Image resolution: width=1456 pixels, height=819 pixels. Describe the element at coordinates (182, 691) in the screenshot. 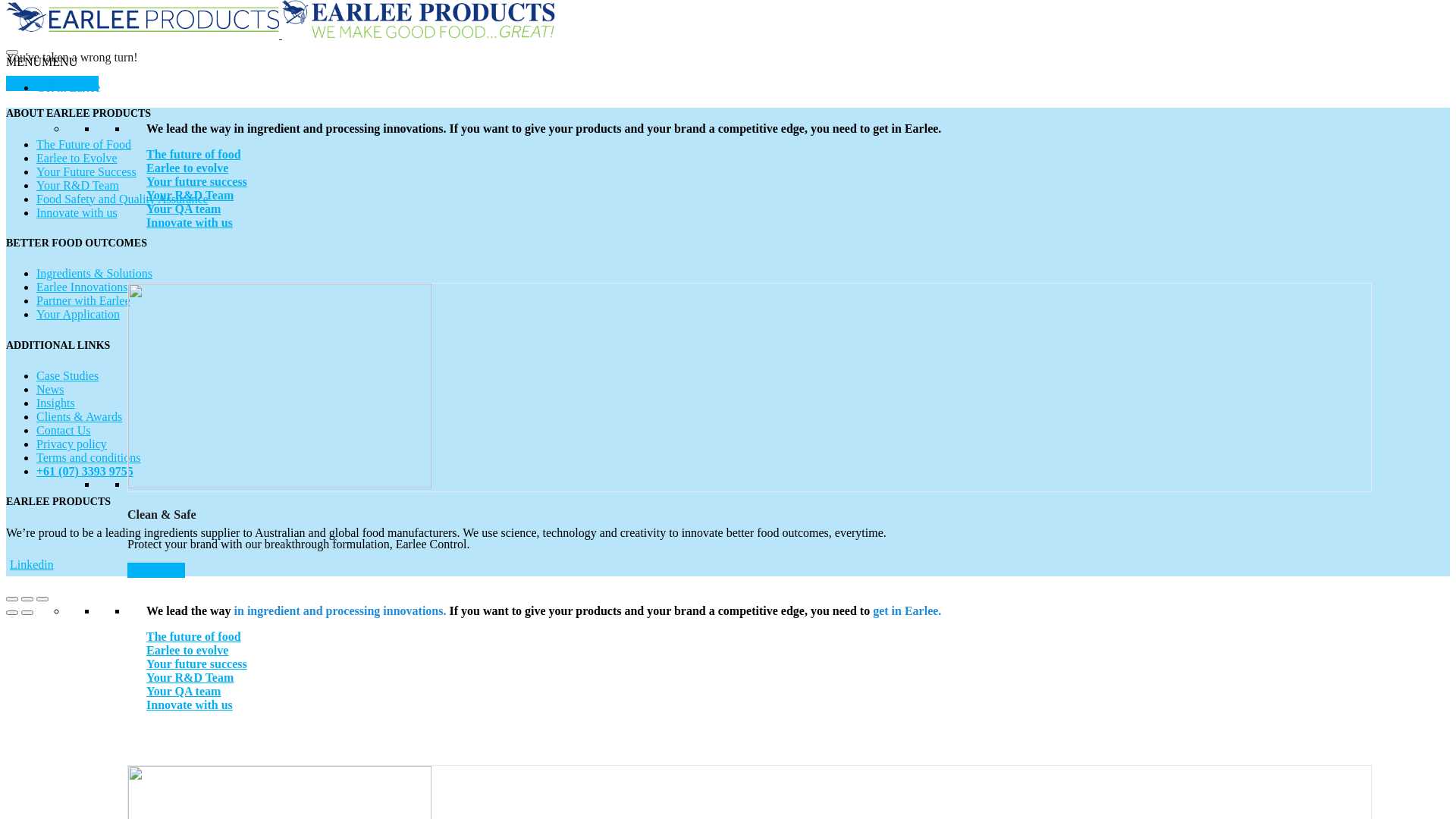

I see `'Your QA team'` at that location.